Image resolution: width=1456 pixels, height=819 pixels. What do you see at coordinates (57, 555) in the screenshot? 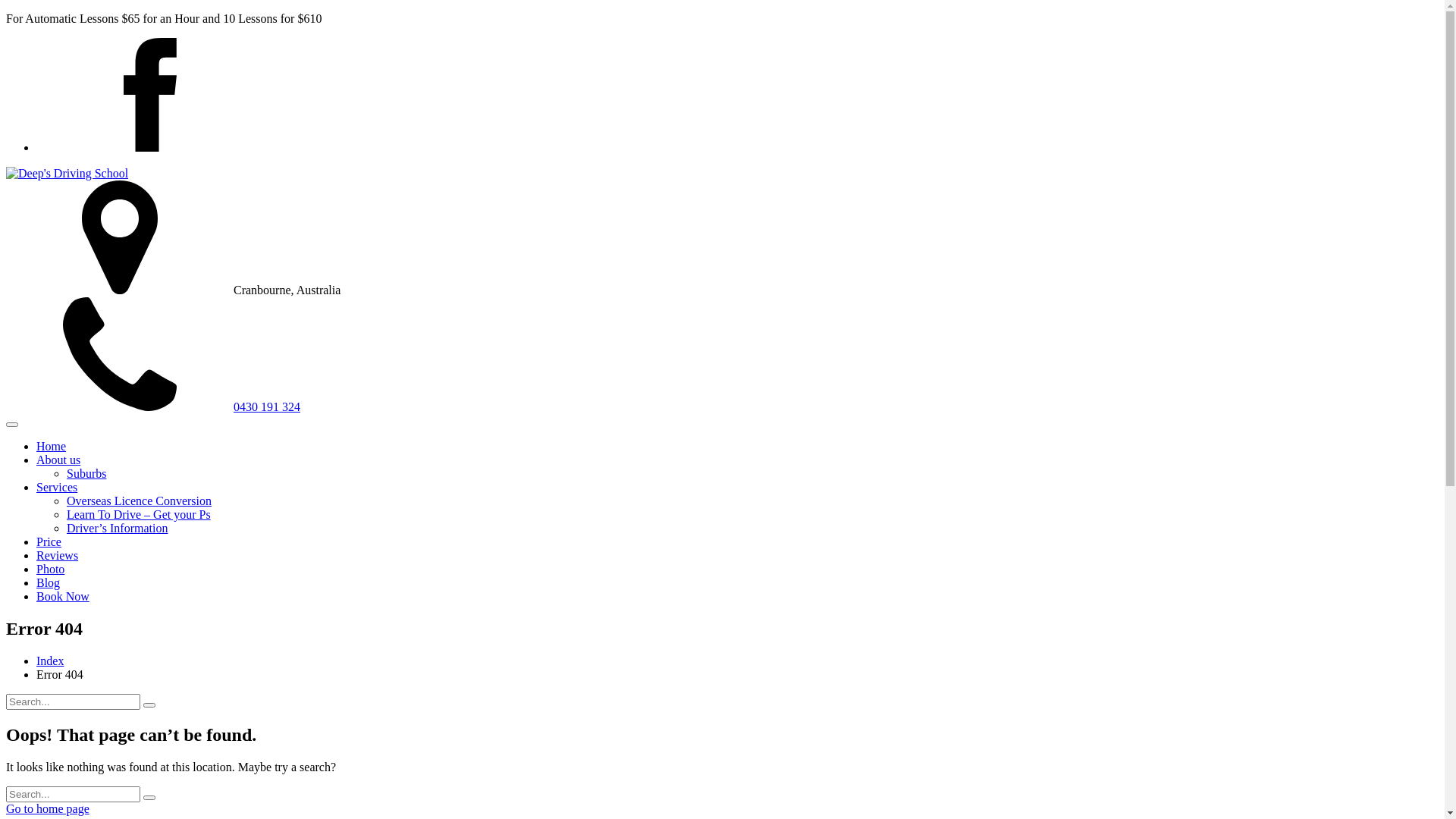
I see `'Reviews'` at bounding box center [57, 555].